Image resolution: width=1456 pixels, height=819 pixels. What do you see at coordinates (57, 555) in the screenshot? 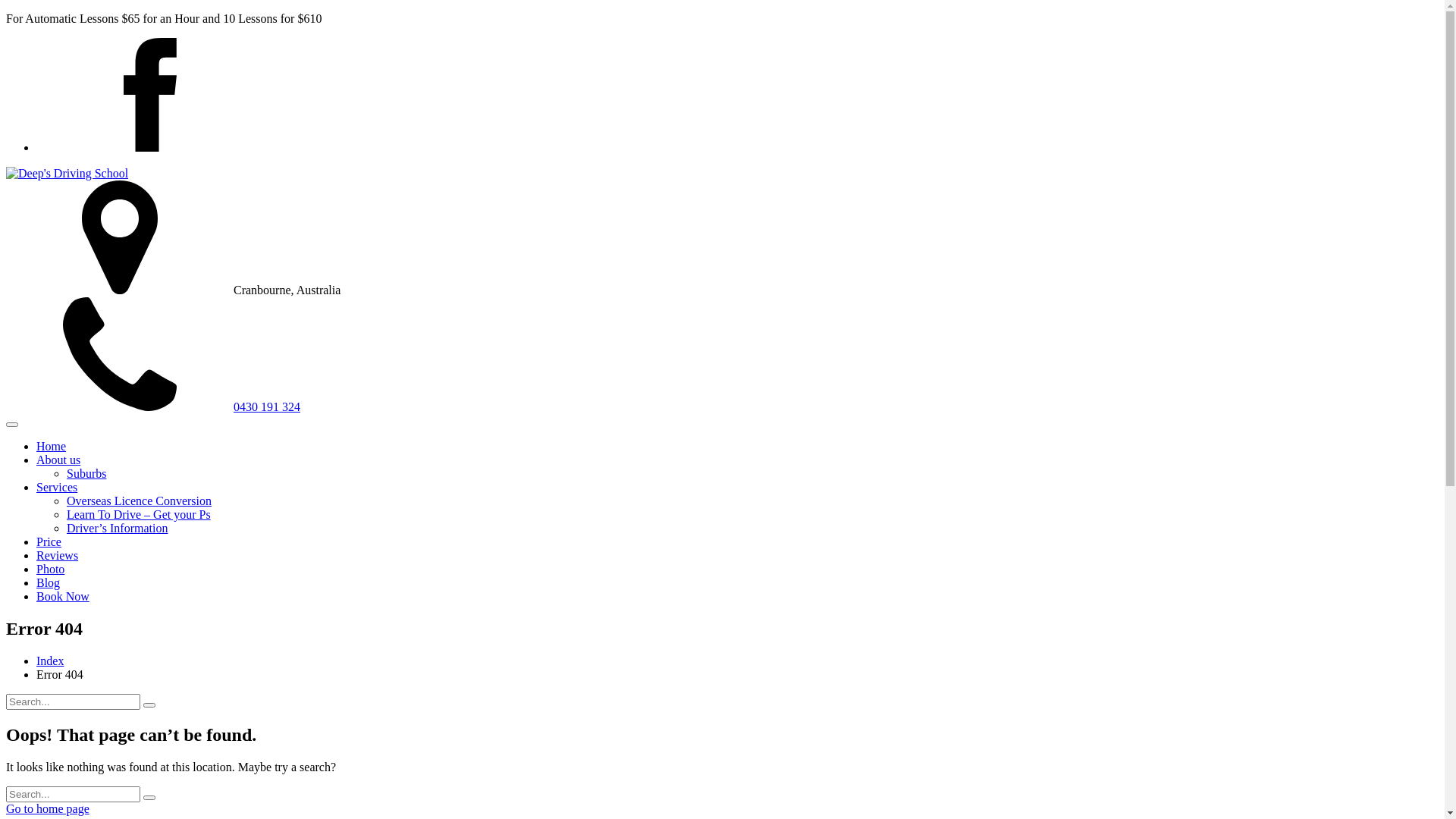
I see `'Reviews'` at bounding box center [57, 555].